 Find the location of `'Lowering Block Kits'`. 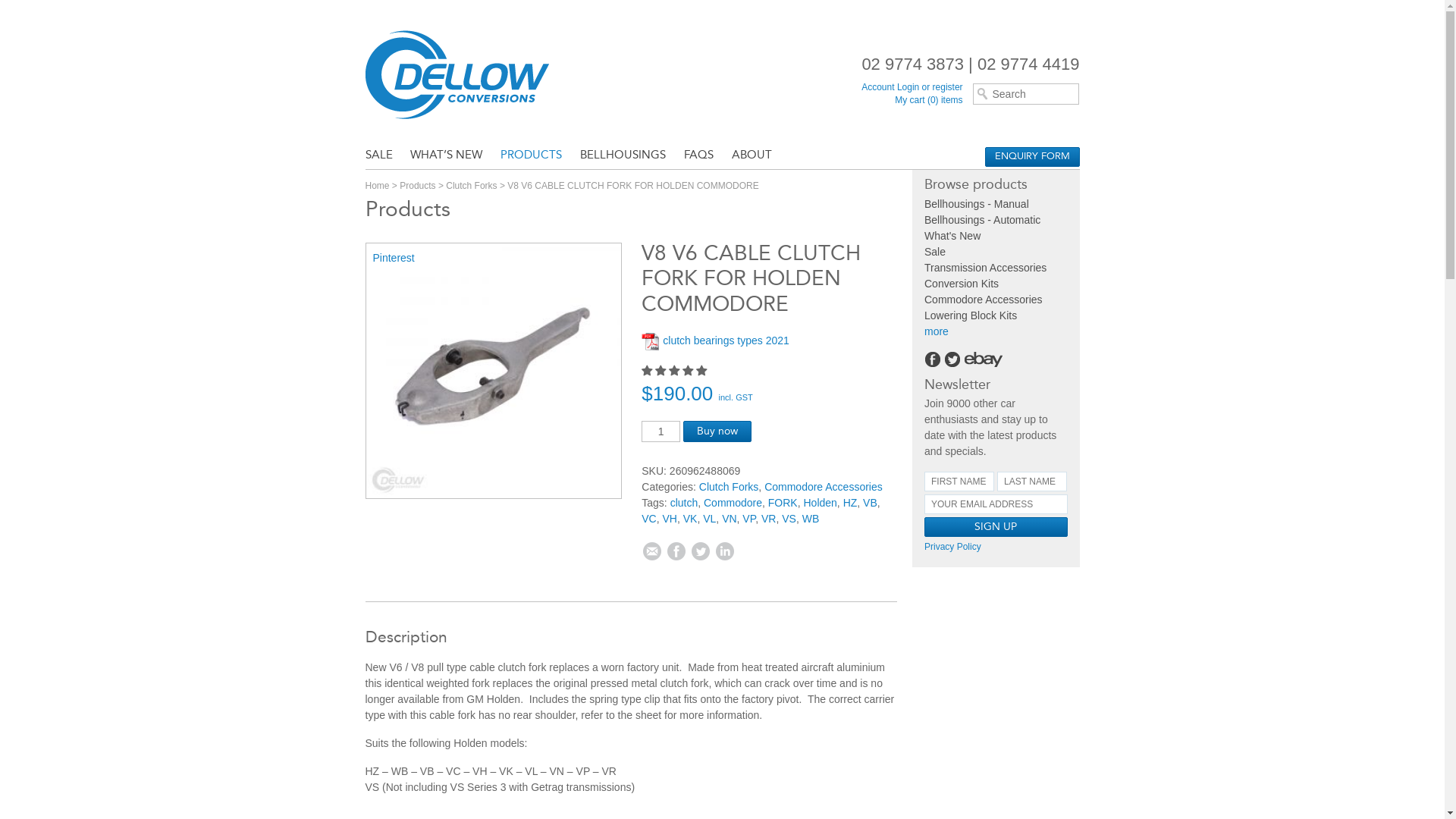

'Lowering Block Kits' is located at coordinates (971, 315).